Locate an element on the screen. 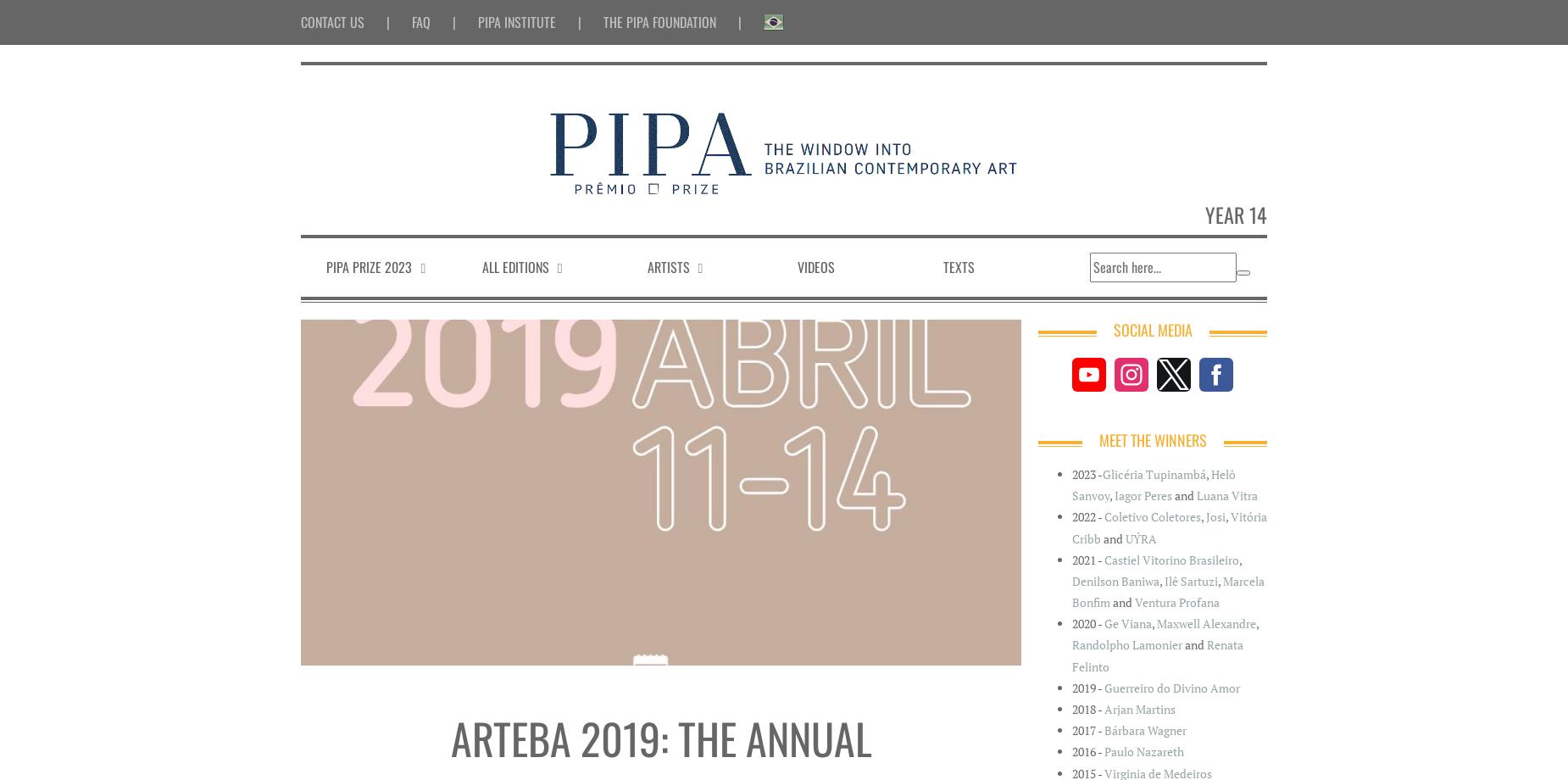 The height and width of the screenshot is (780, 1568). 'Marcela Bonfim' is located at coordinates (1071, 591).